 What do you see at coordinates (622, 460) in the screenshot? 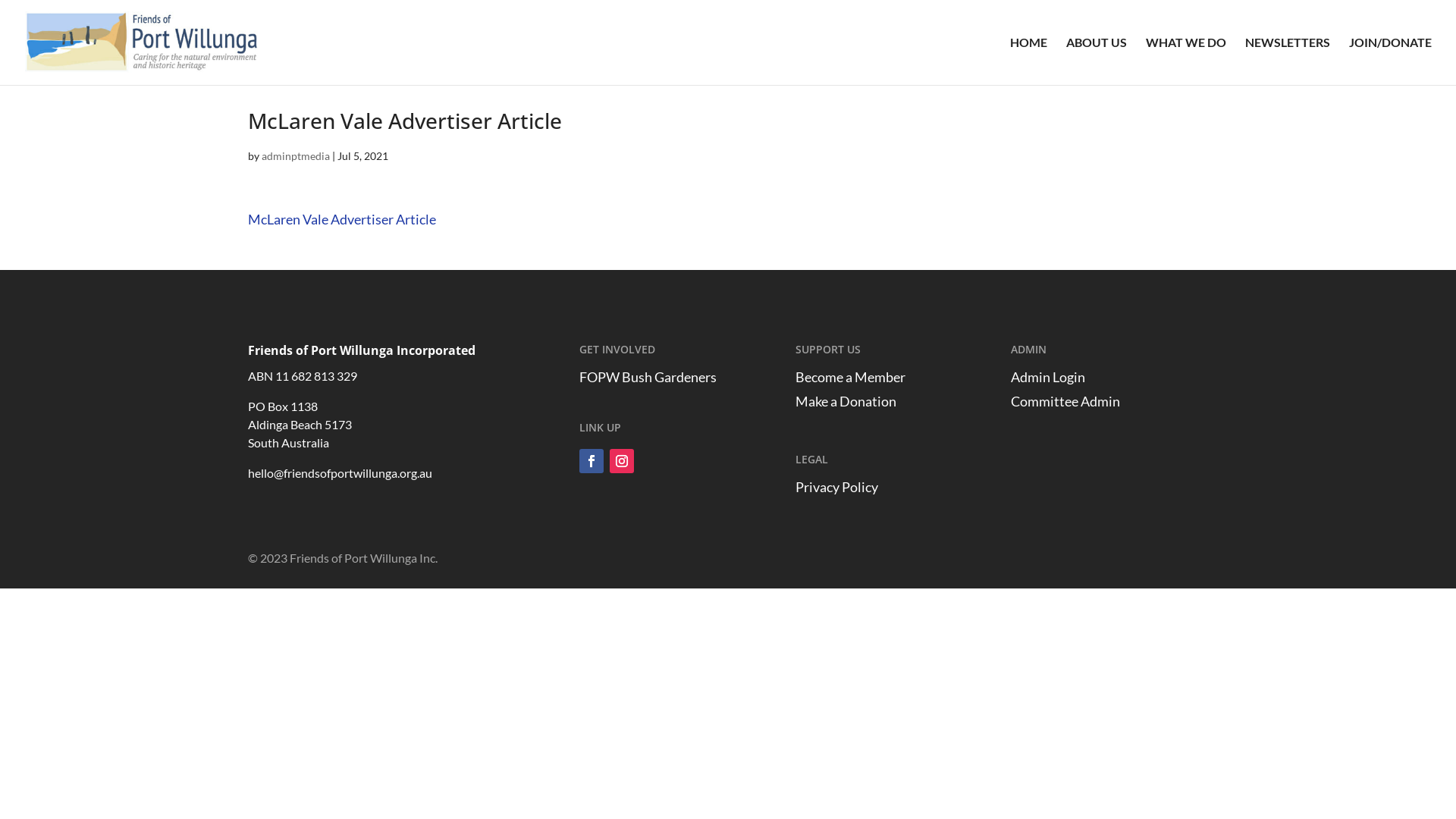
I see `'Follow on Instagram'` at bounding box center [622, 460].